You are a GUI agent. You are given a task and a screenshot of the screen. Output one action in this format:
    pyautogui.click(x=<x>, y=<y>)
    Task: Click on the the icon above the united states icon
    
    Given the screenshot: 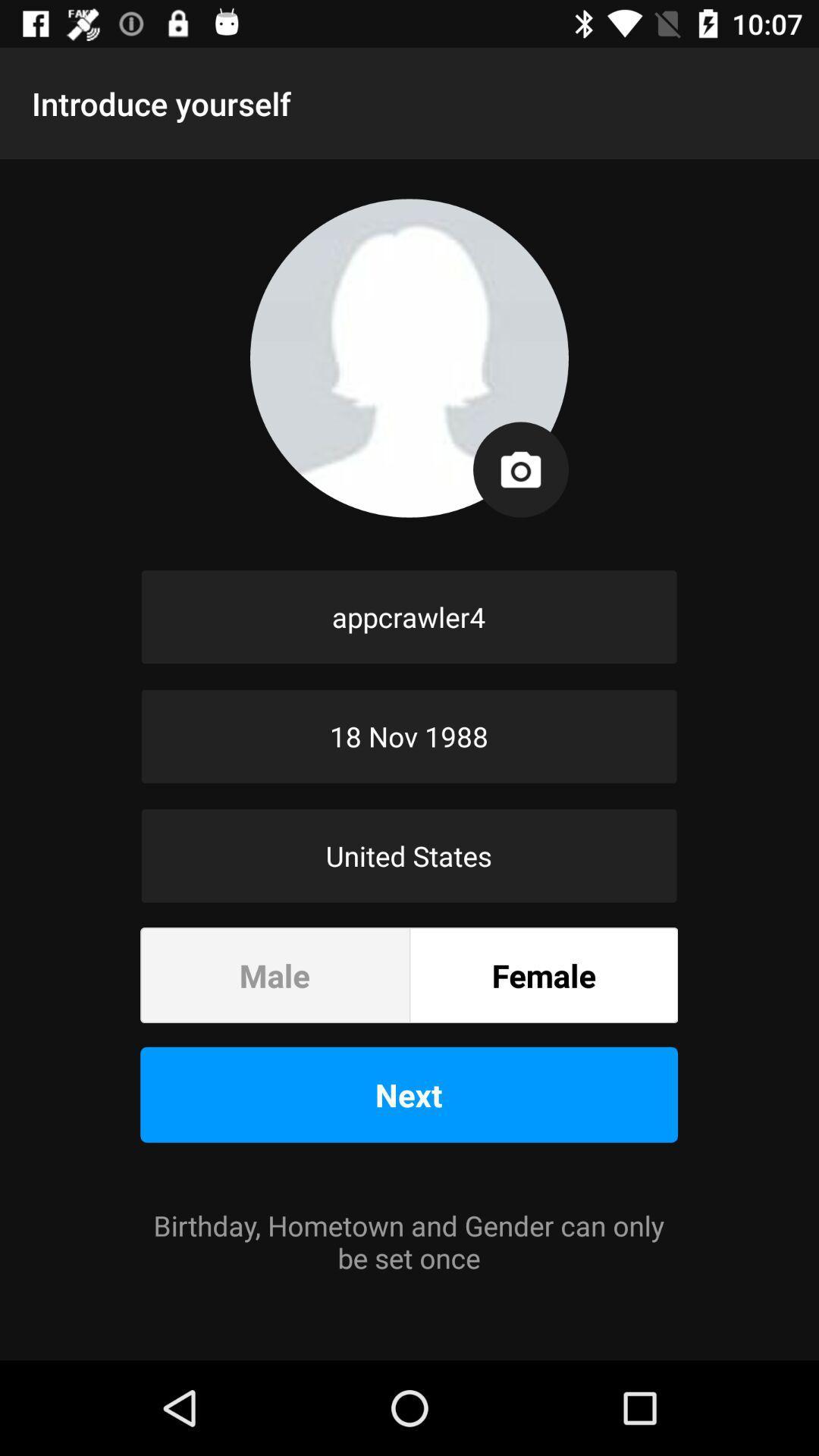 What is the action you would take?
    pyautogui.click(x=408, y=736)
    